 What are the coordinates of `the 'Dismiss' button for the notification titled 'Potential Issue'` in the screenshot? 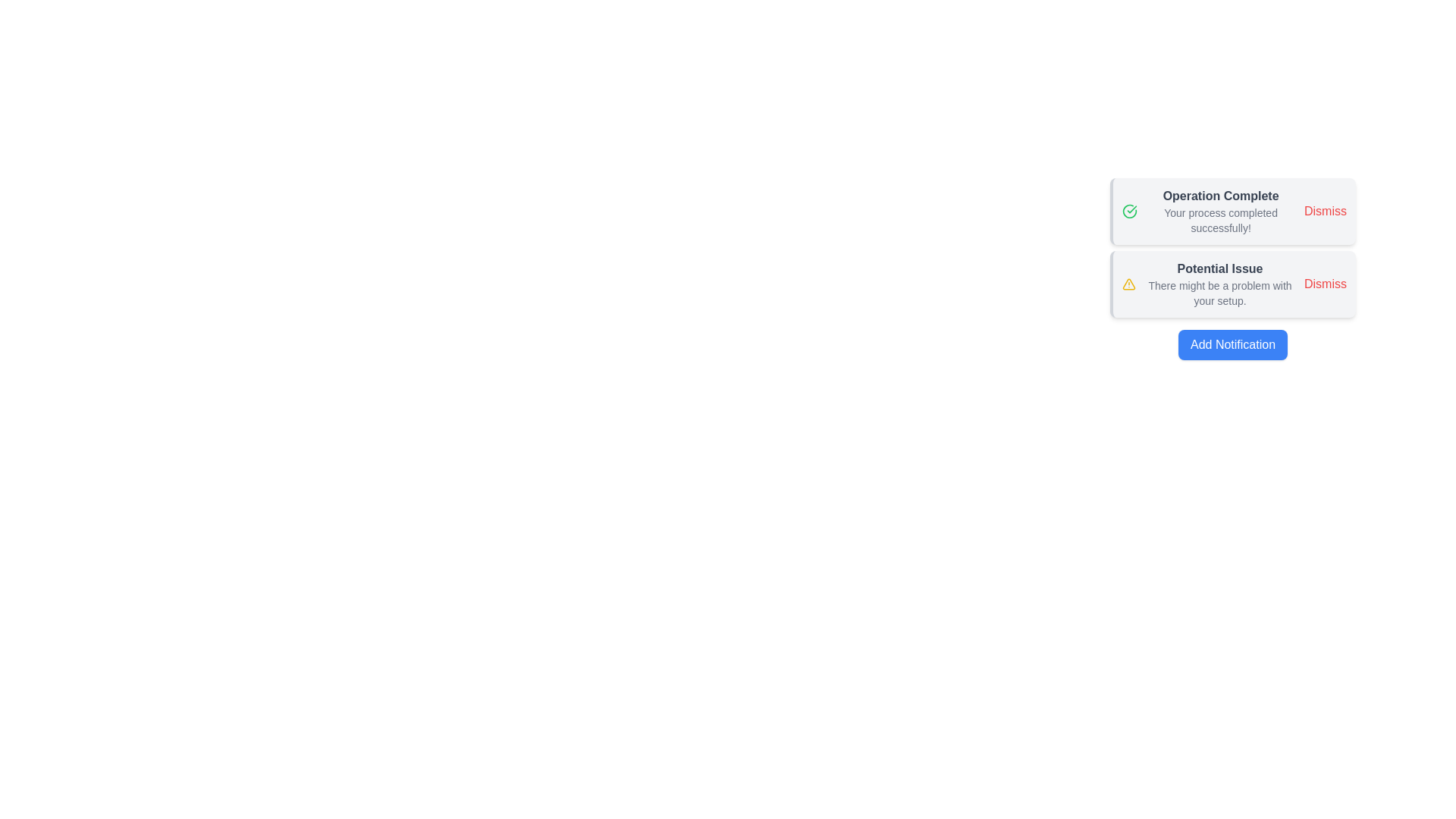 It's located at (1324, 284).